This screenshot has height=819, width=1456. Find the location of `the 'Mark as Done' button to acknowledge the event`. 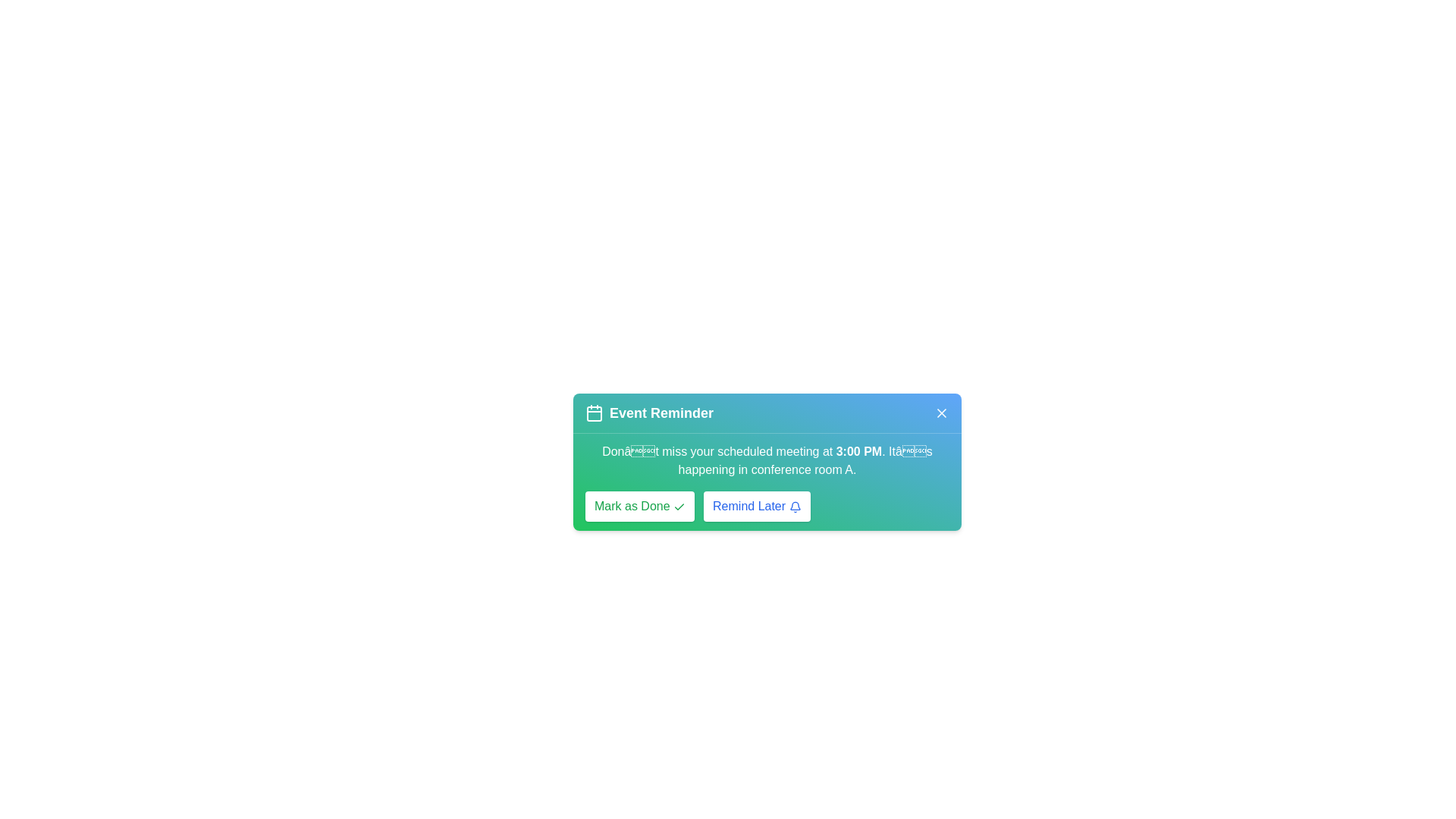

the 'Mark as Done' button to acknowledge the event is located at coordinates (640, 506).